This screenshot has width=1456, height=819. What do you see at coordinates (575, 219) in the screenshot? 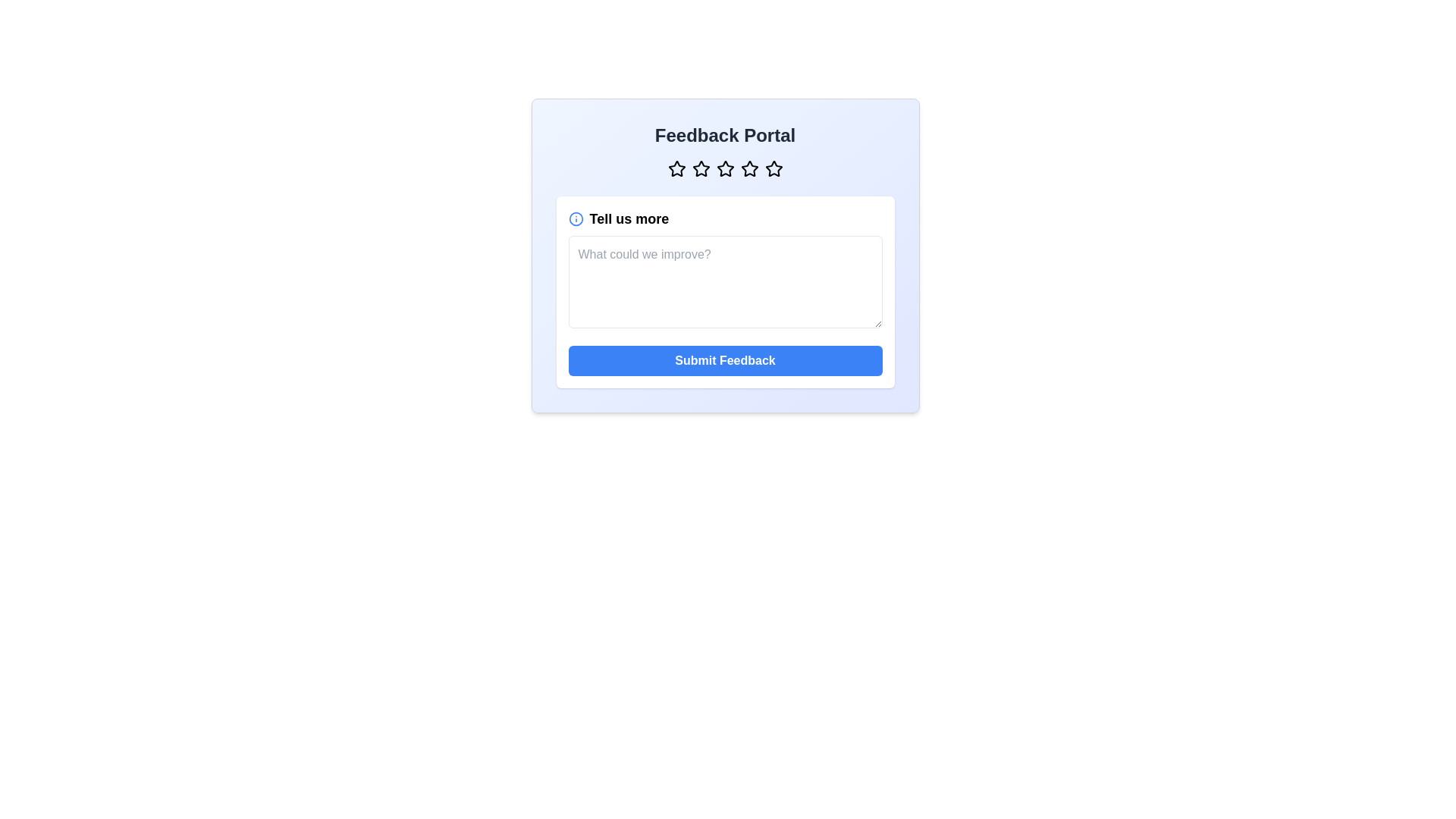
I see `the circular blue outlined icon with a blue exclamation mark, located next to the text 'Tell us more'` at bounding box center [575, 219].